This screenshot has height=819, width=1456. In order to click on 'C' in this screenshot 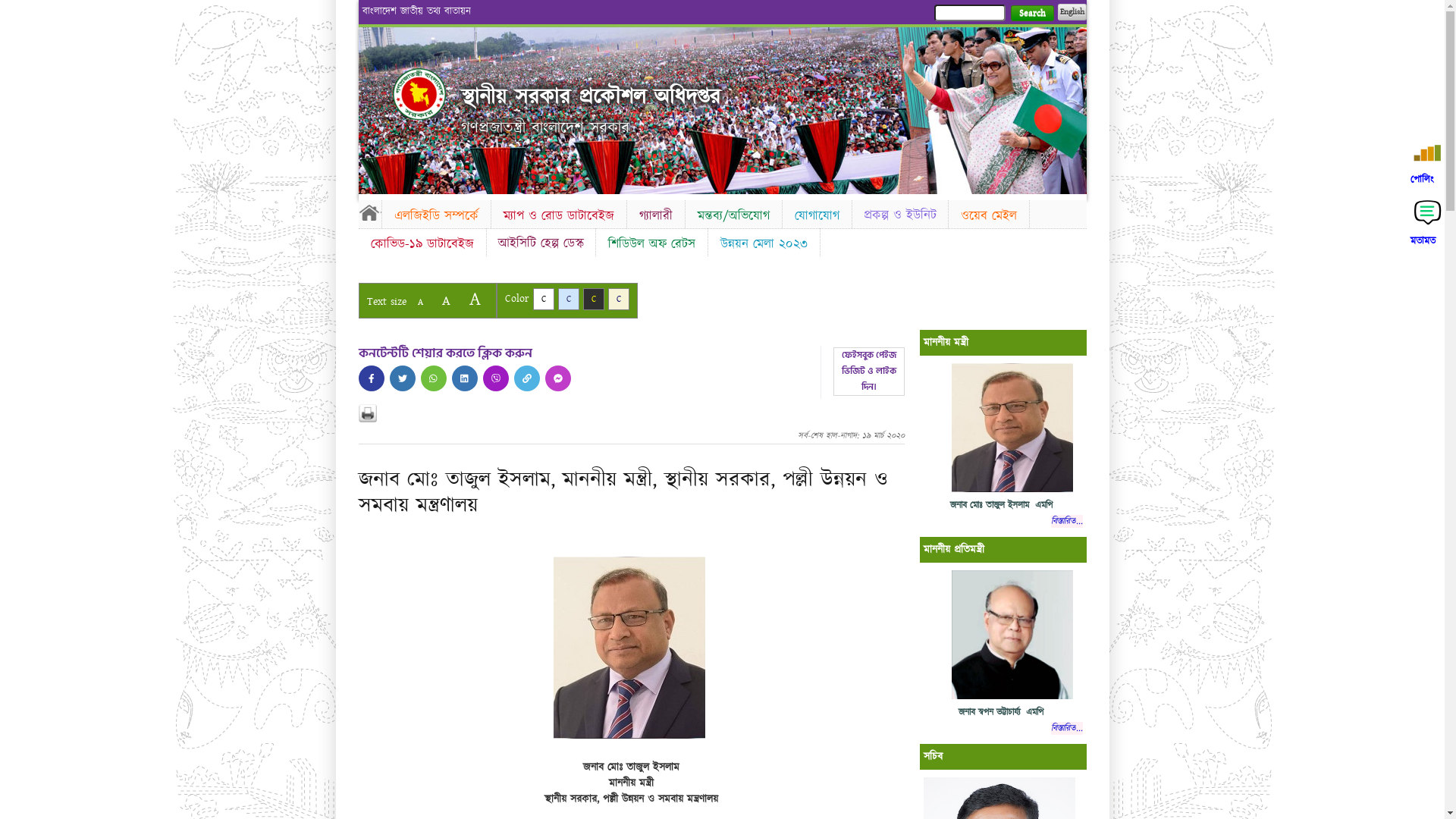, I will do `click(607, 299)`.